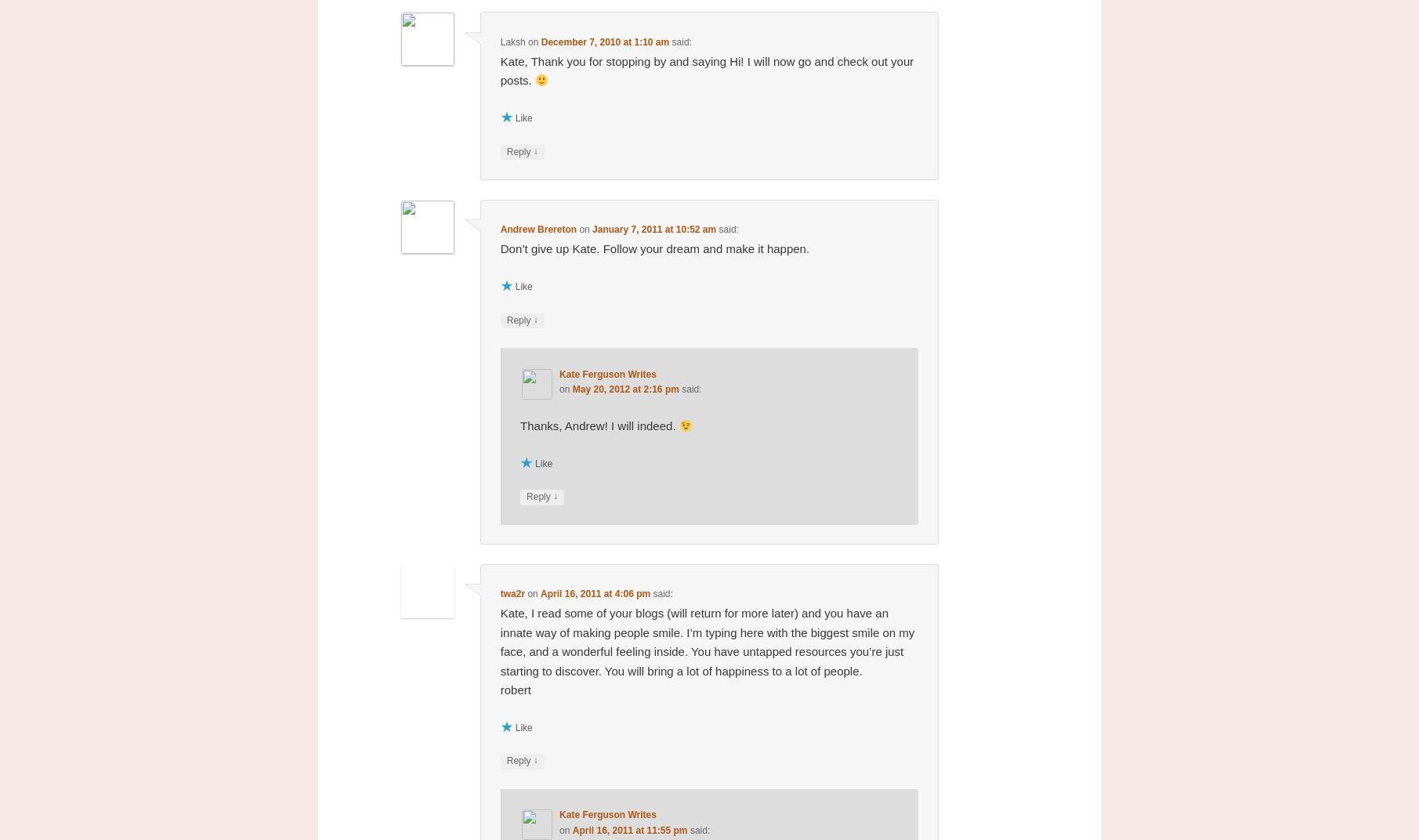 This screenshot has height=840, width=1419. What do you see at coordinates (515, 689) in the screenshot?
I see `'robert'` at bounding box center [515, 689].